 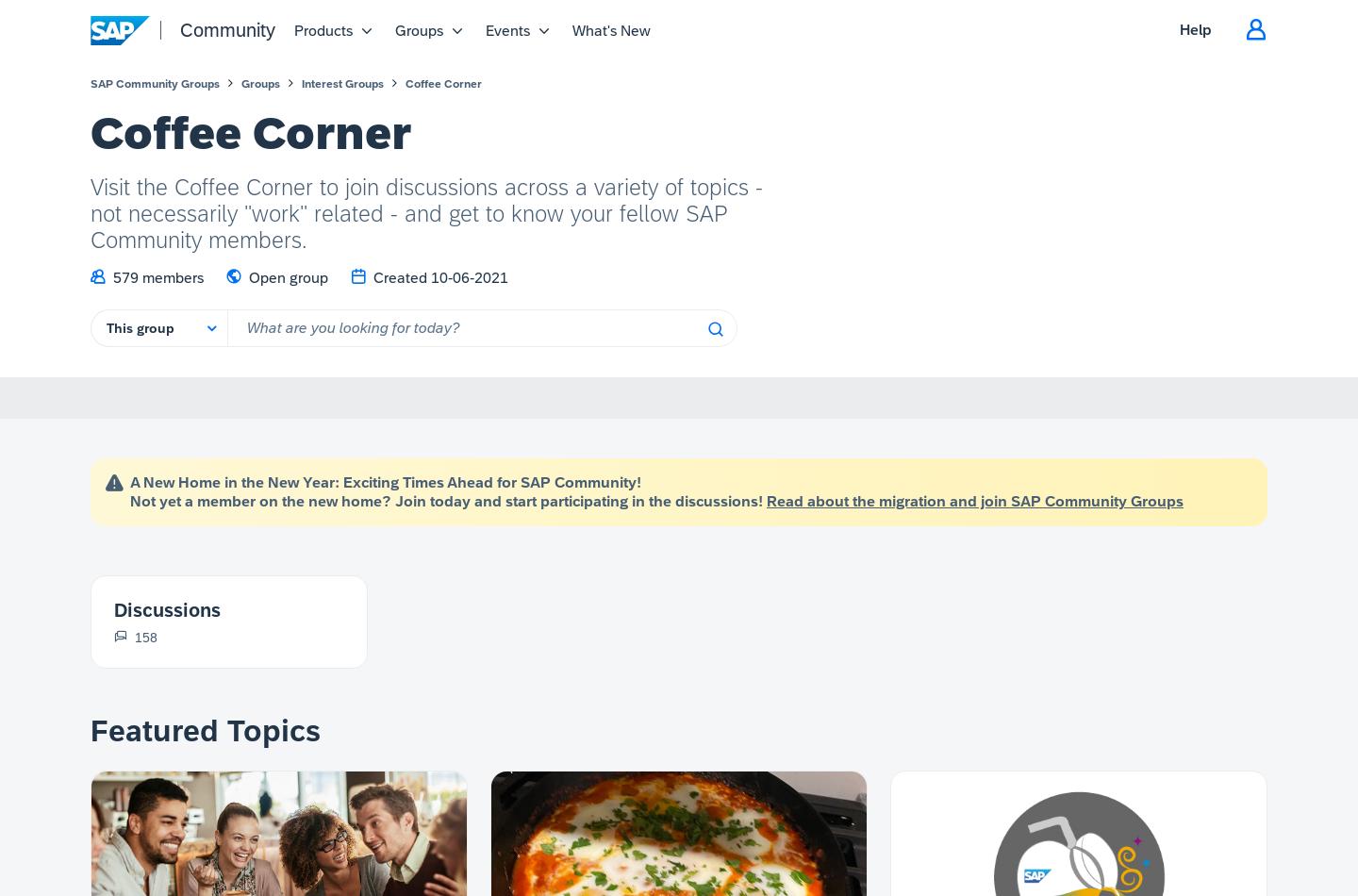 I want to click on 'Interest Groups', so click(x=301, y=84).